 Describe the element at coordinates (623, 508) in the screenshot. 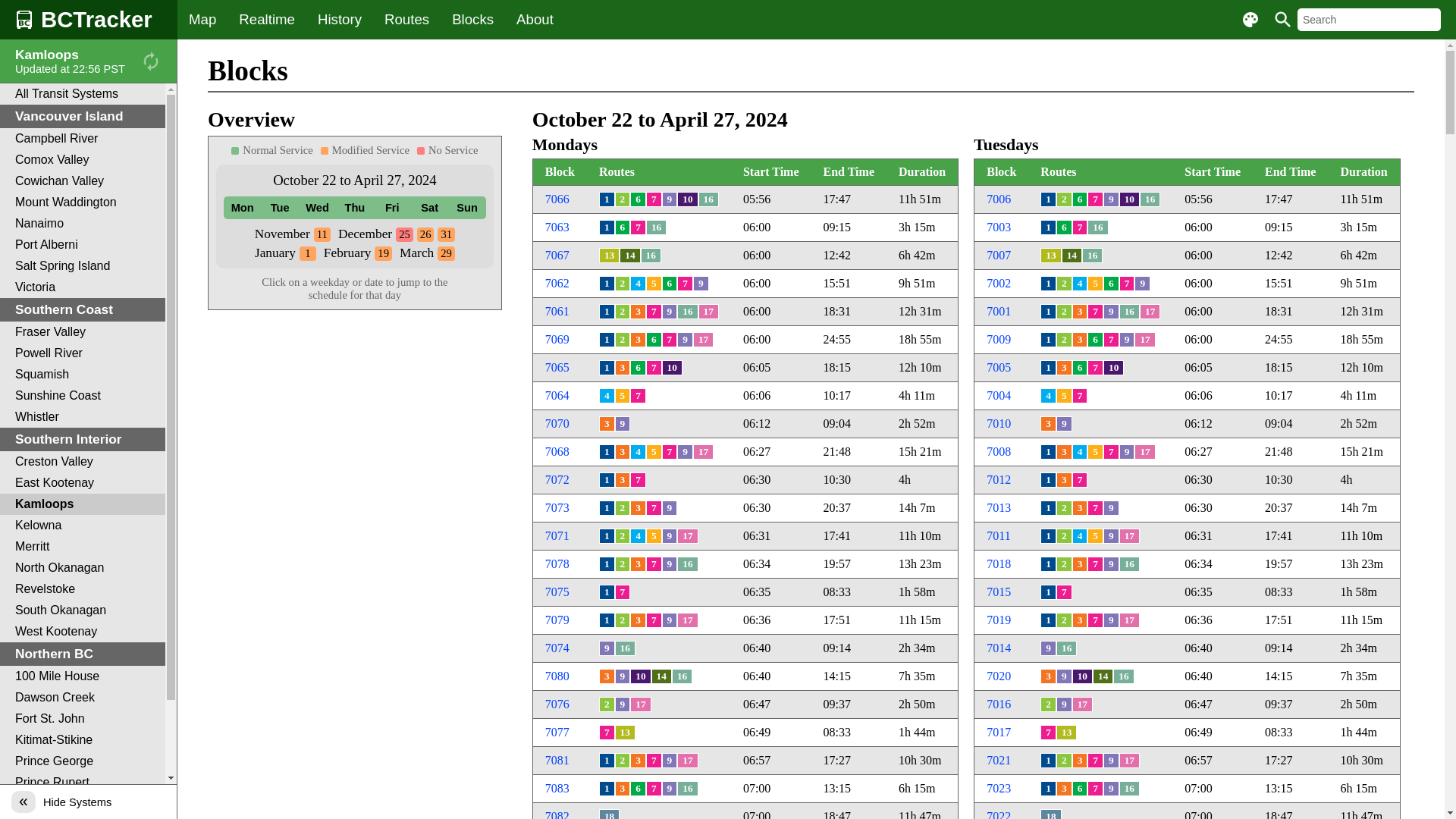

I see `'2'` at that location.